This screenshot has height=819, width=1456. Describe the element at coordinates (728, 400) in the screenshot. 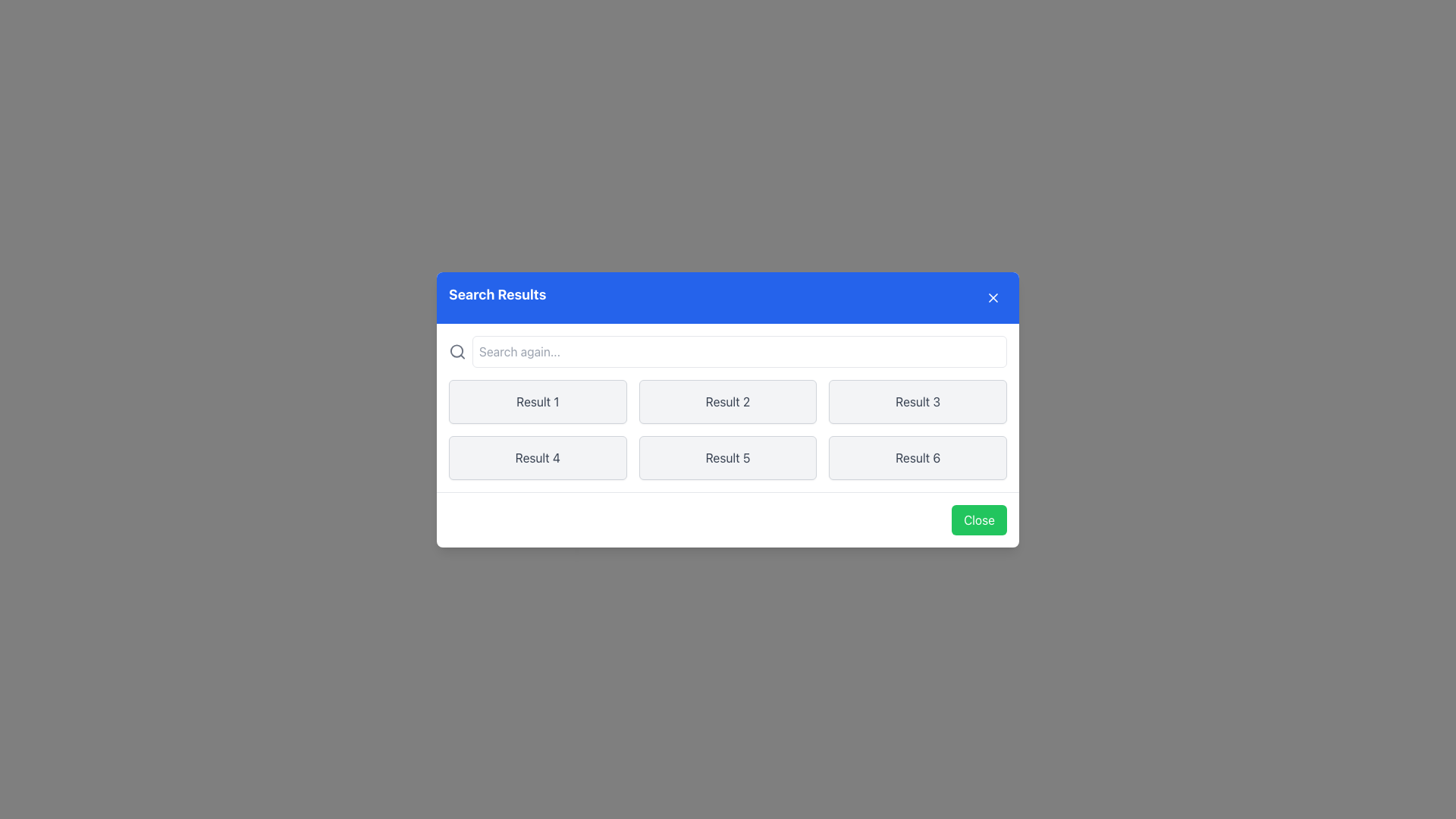

I see `the 'Result 2' button, which is the second button in the grid of results, centered between 'Result 1' and 'Result 3', featuring a light gray background and dark gray text` at that location.